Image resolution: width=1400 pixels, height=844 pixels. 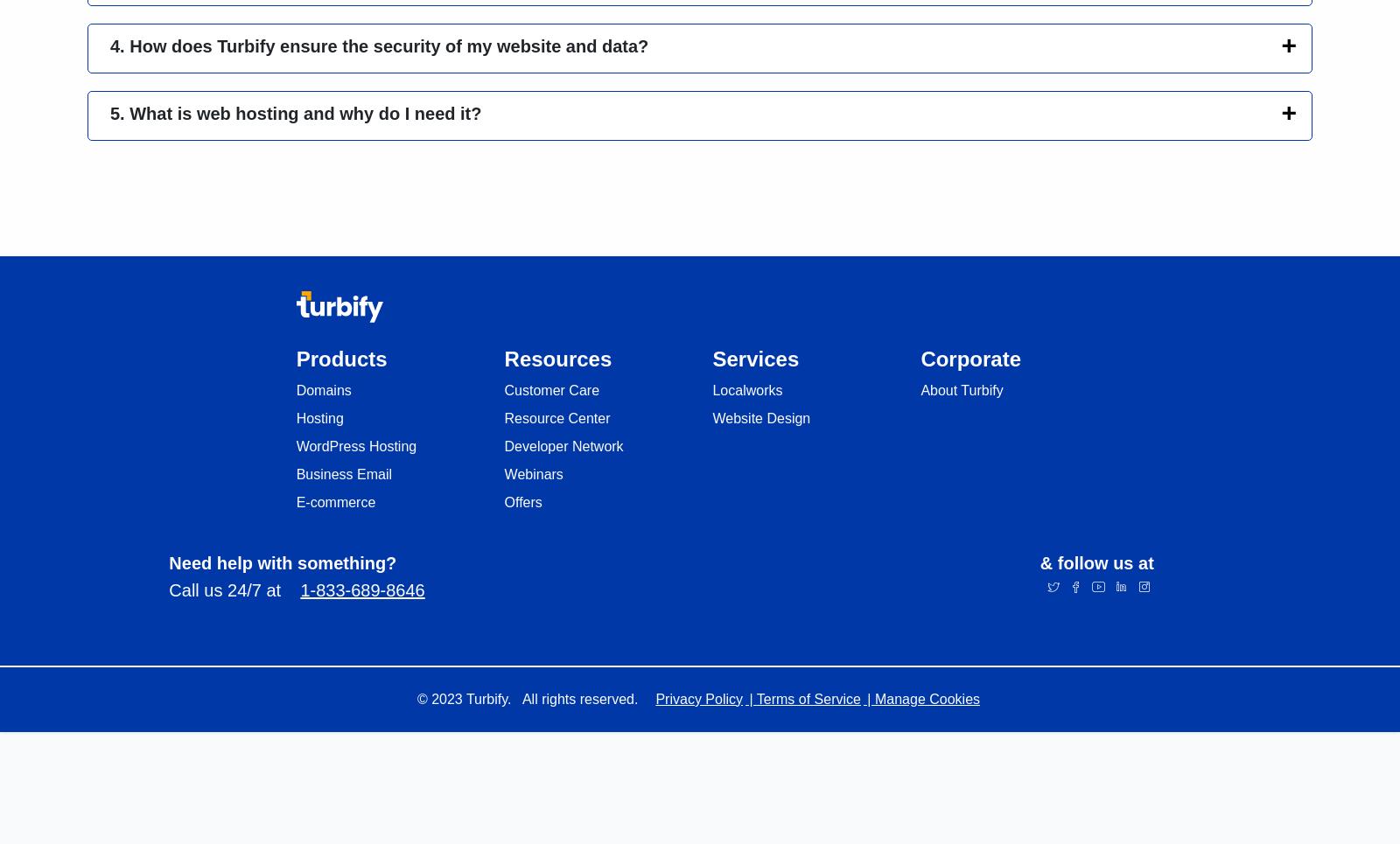 What do you see at coordinates (711, 416) in the screenshot?
I see `'Website Design'` at bounding box center [711, 416].